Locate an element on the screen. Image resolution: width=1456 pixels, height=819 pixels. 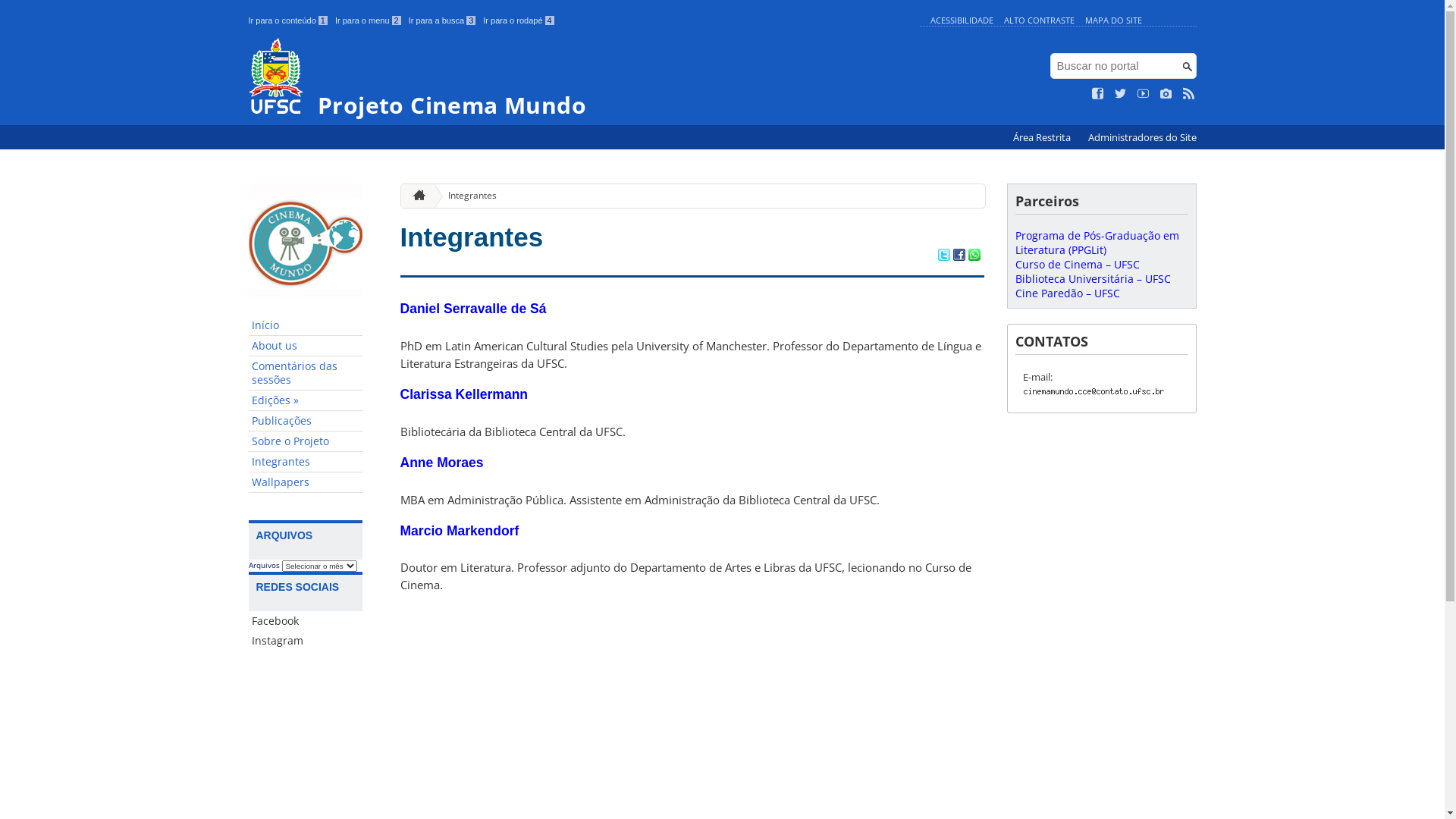
'Compartilhar no Twitter' is located at coordinates (942, 256).